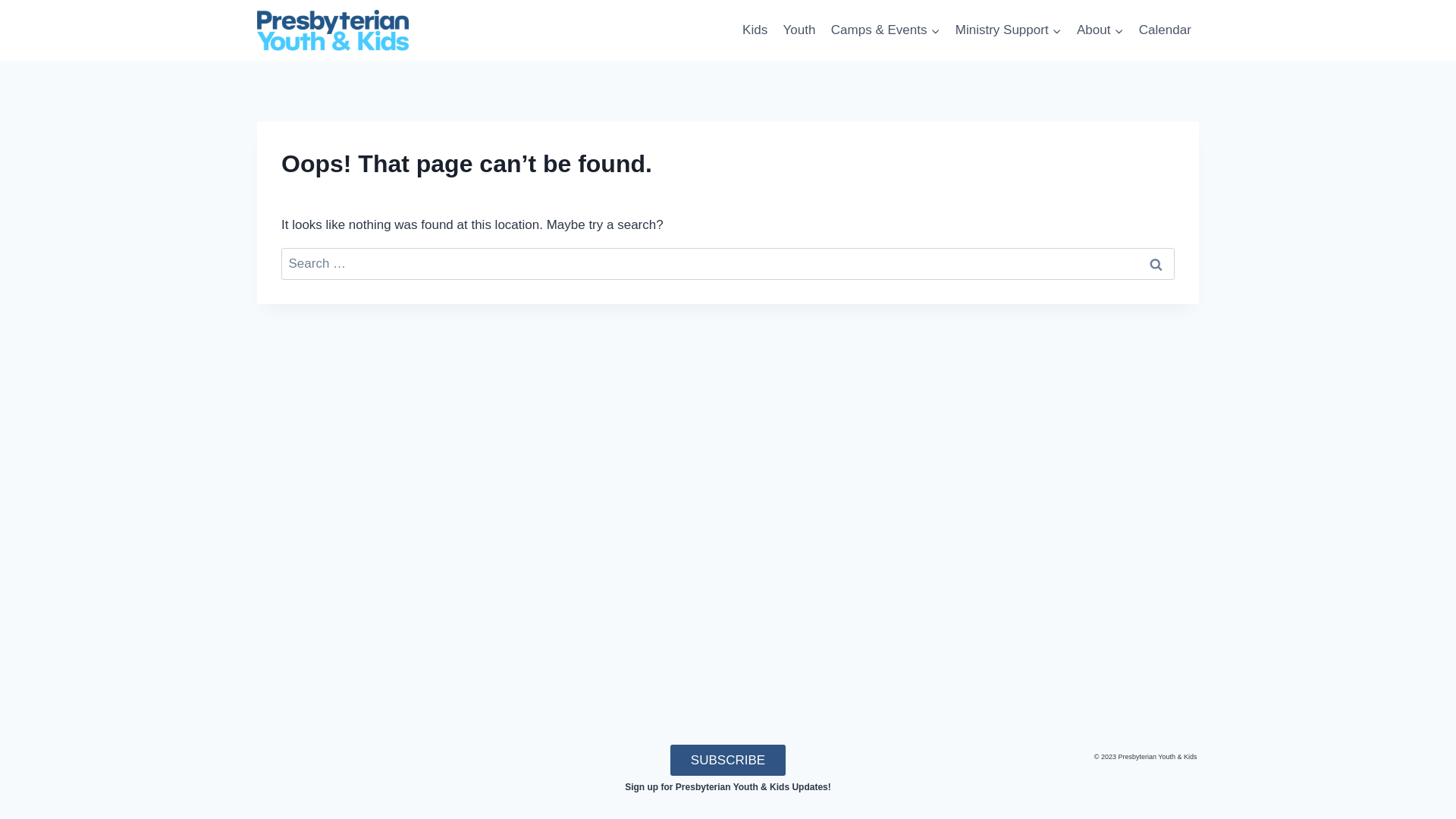 The image size is (1456, 819). Describe the element at coordinates (1164, 30) in the screenshot. I see `'Calendar'` at that location.